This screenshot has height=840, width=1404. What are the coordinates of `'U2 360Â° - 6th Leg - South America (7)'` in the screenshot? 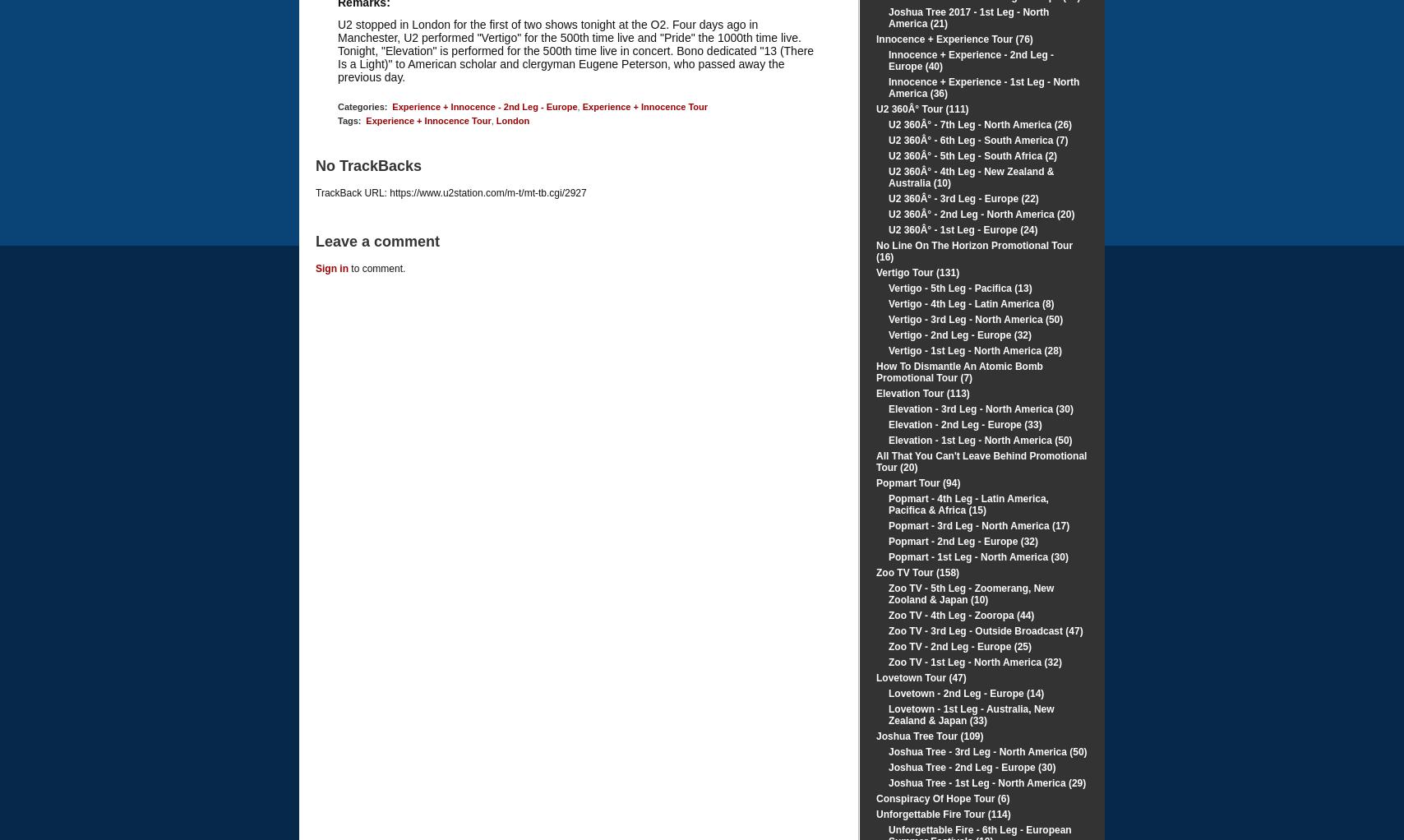 It's located at (977, 139).